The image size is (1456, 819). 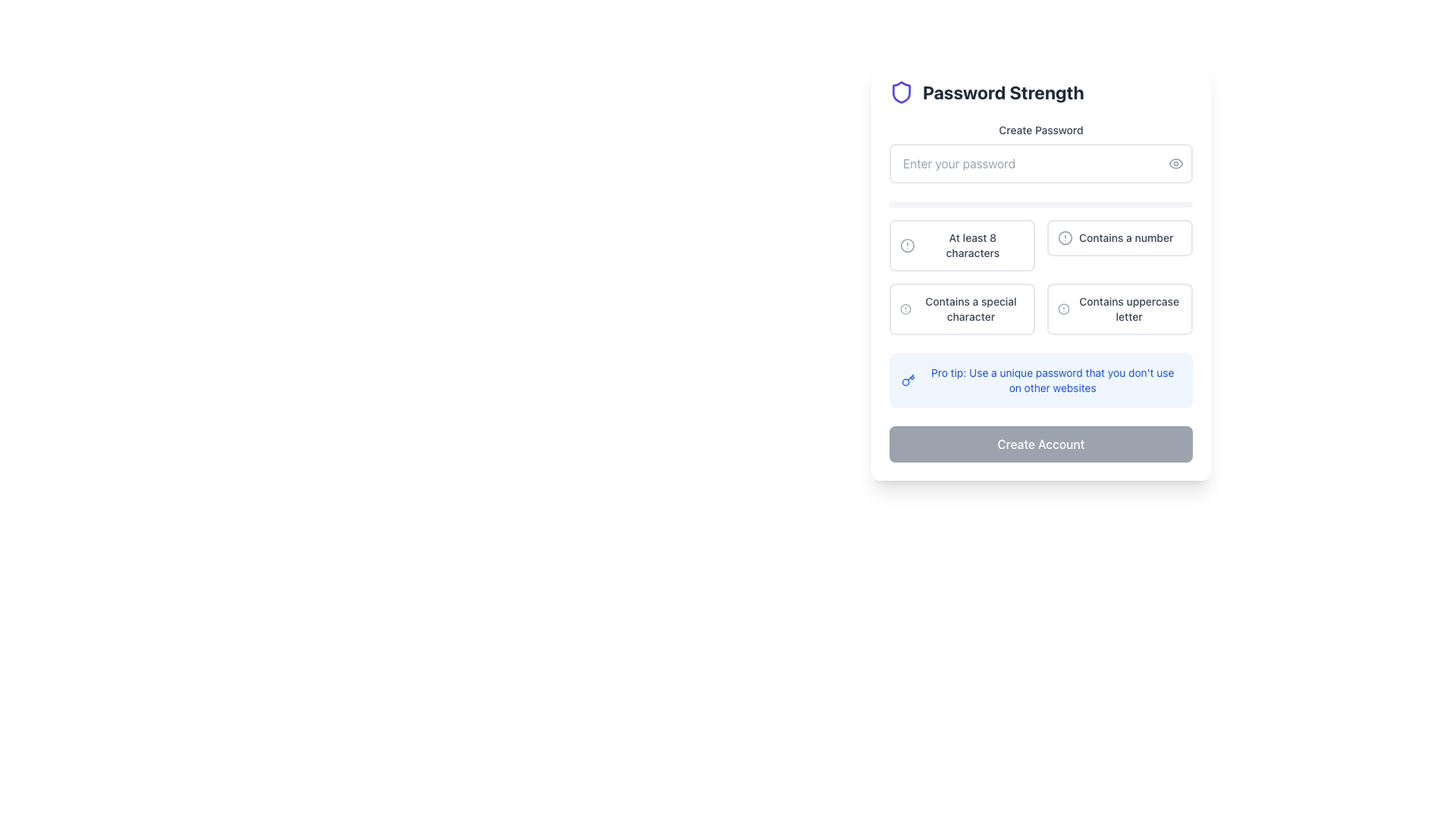 What do you see at coordinates (1065, 237) in the screenshot?
I see `the password validation icon that indicates the 'Contains a number' requirement, located in the middle section of the password strength checking interface` at bounding box center [1065, 237].